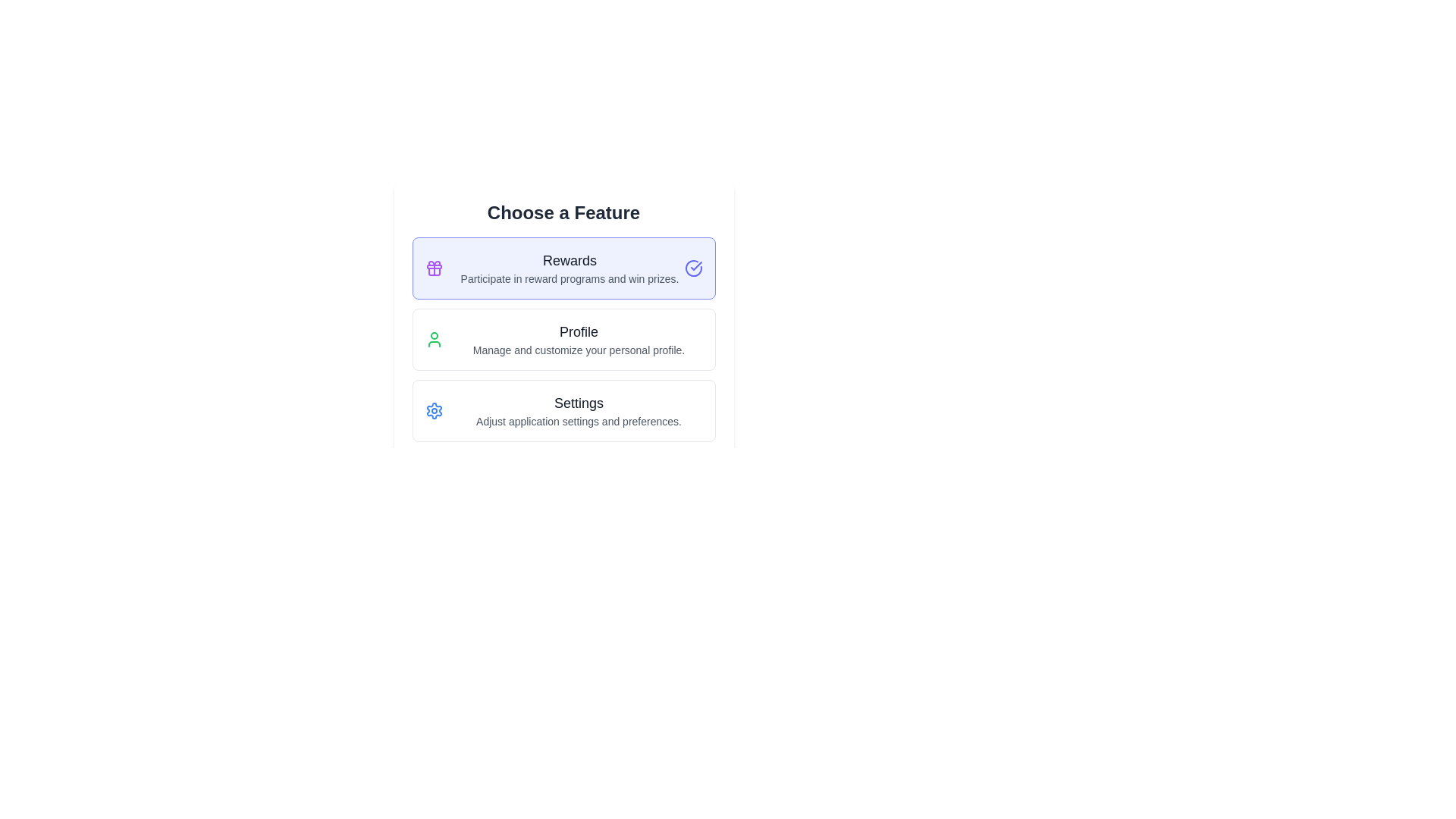 The width and height of the screenshot is (1456, 819). I want to click on the informational text stating 'Manage and customize your personal profile.', which is located beneath the 'Profile' section title and aligned centrally within its bounding box, so click(578, 350).